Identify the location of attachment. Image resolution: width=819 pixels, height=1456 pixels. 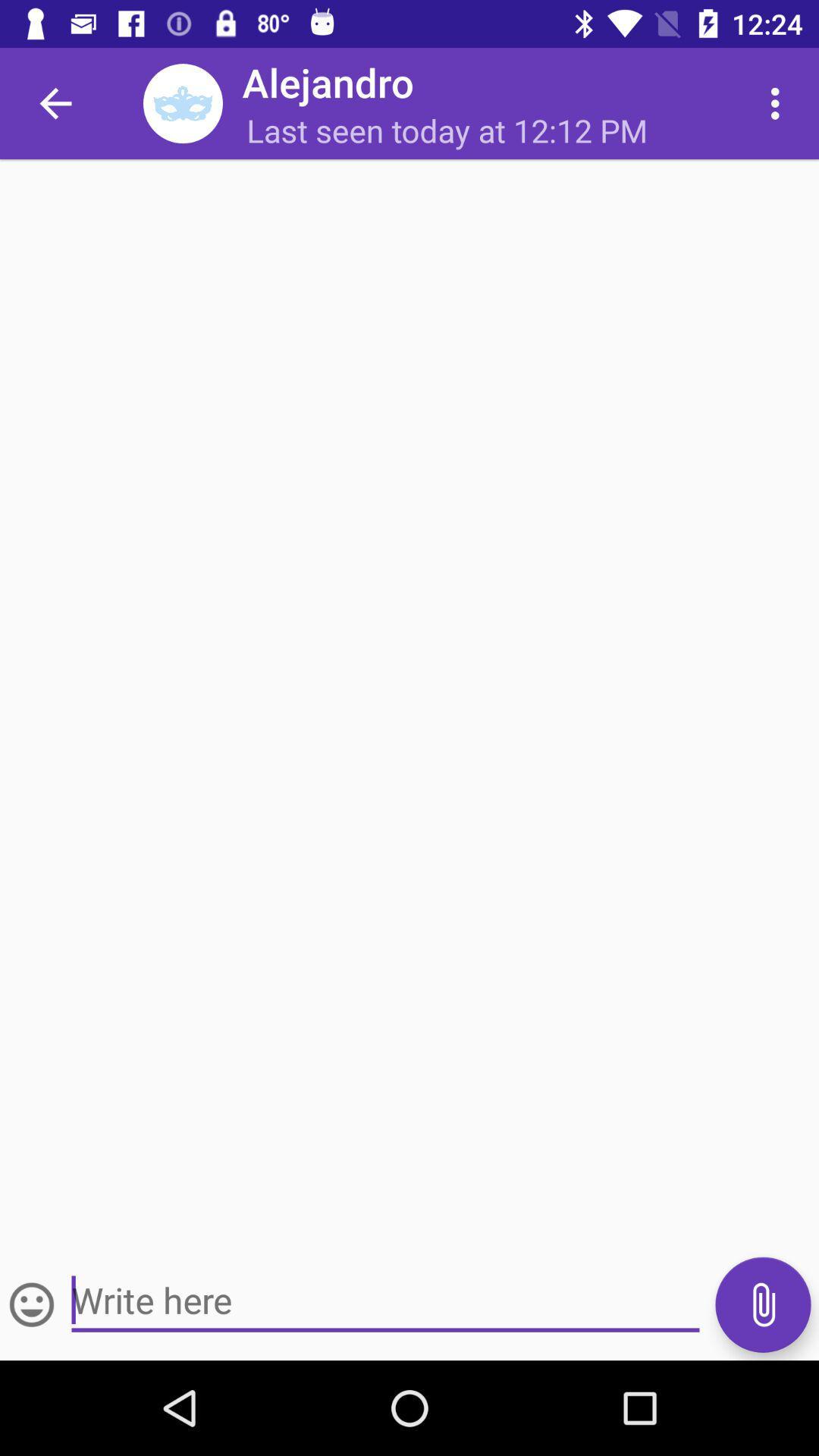
(763, 1304).